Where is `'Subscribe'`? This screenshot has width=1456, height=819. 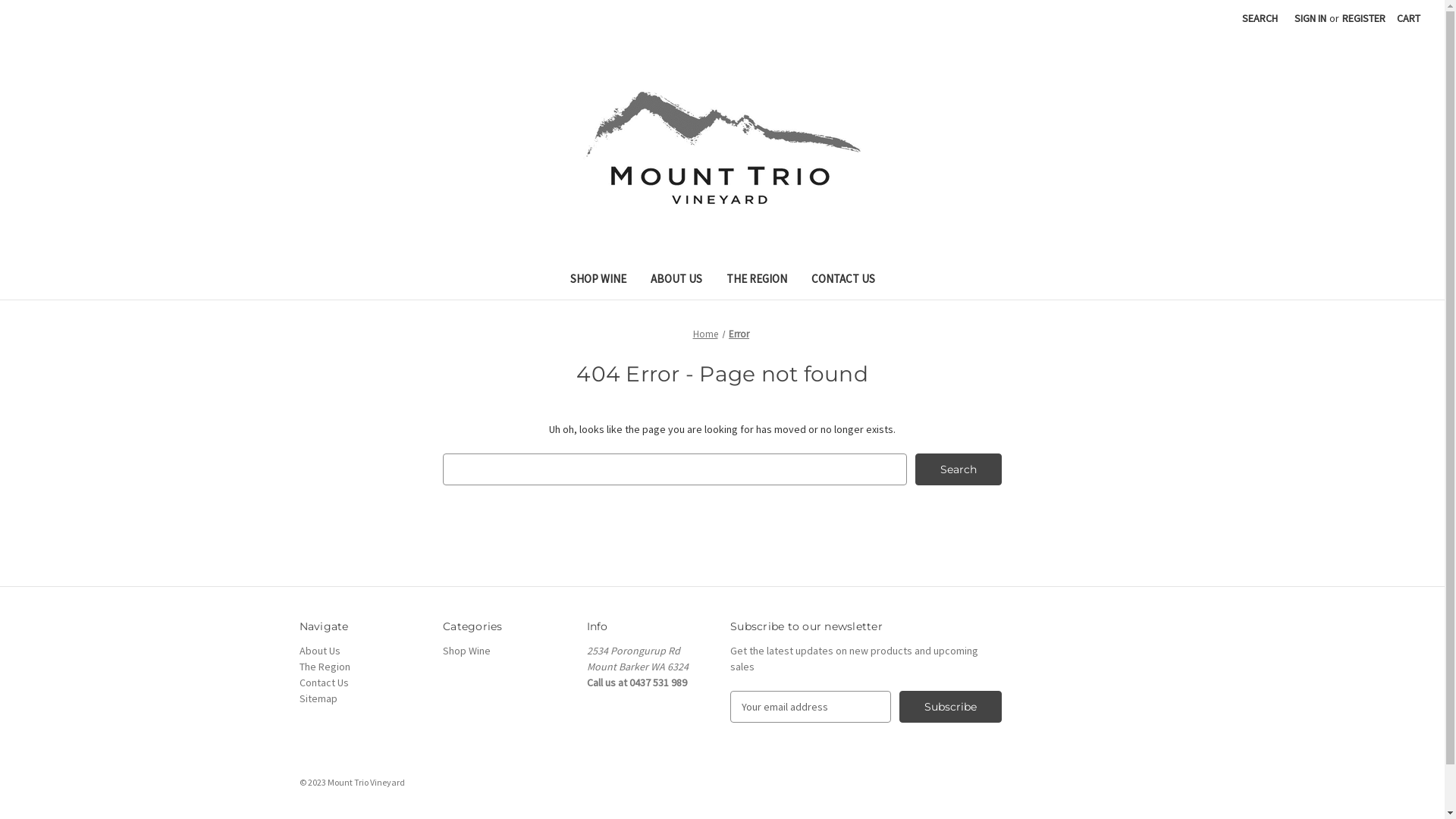
'Subscribe' is located at coordinates (899, 707).